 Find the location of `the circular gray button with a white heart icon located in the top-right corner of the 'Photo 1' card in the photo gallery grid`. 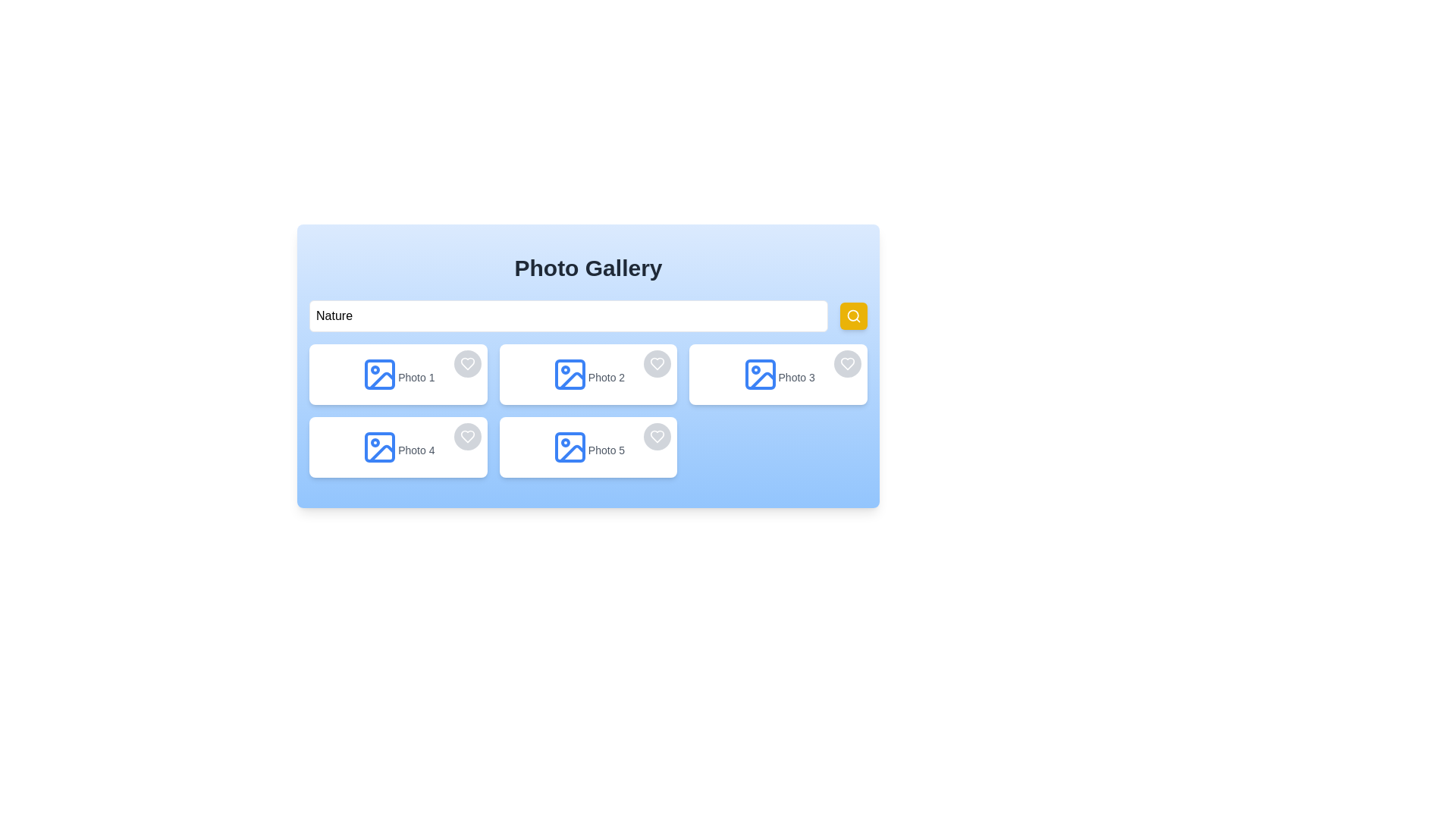

the circular gray button with a white heart icon located in the top-right corner of the 'Photo 1' card in the photo gallery grid is located at coordinates (466, 363).